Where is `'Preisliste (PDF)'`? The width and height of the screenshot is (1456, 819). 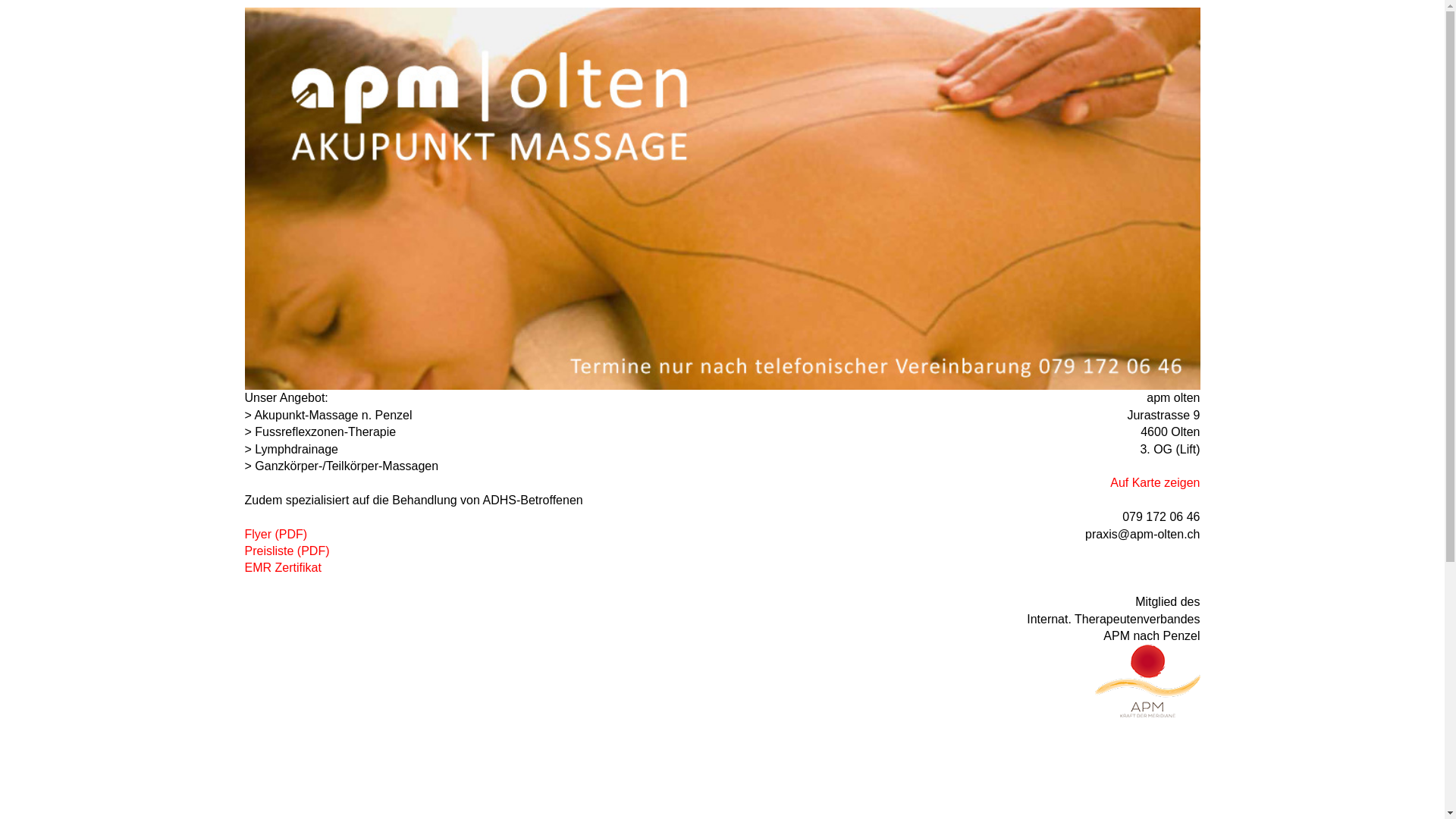
'Preisliste (PDF)' is located at coordinates (243, 551).